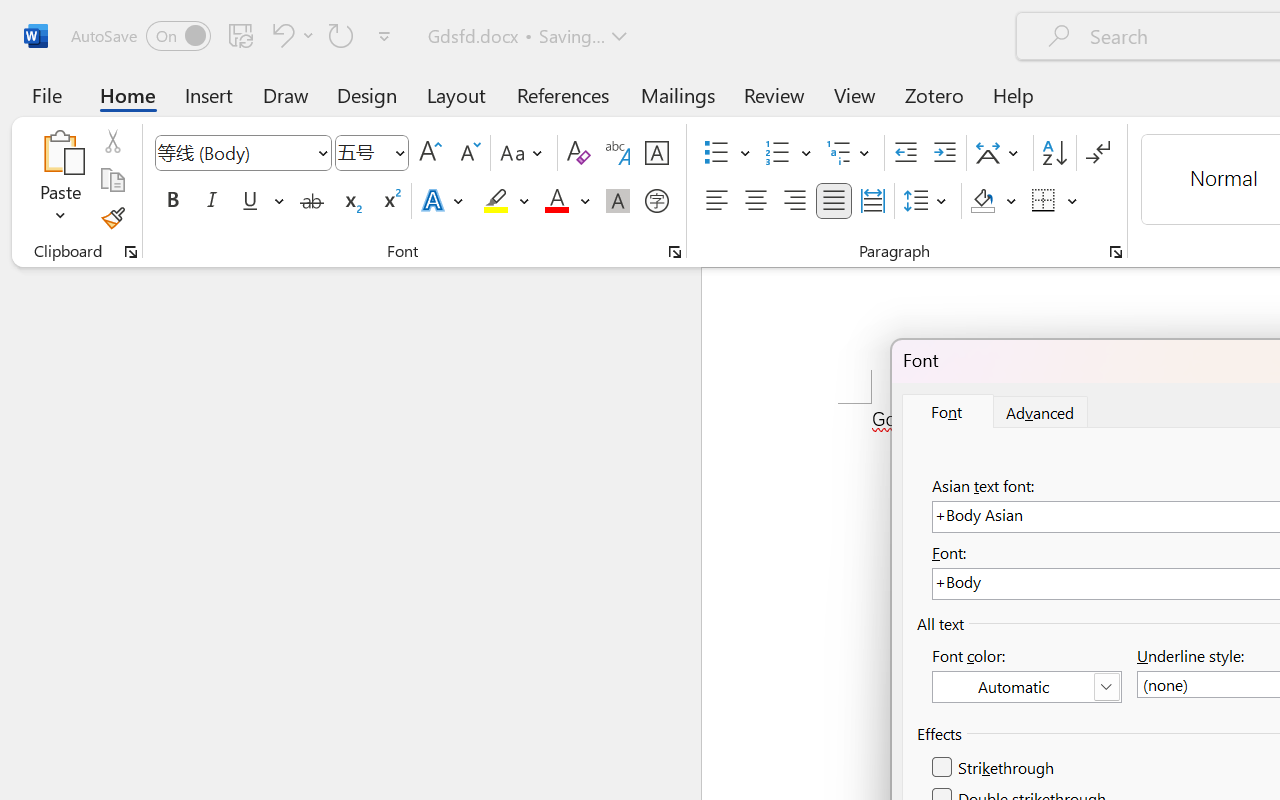 This screenshot has height=800, width=1280. What do you see at coordinates (675, 251) in the screenshot?
I see `'Font...'` at bounding box center [675, 251].